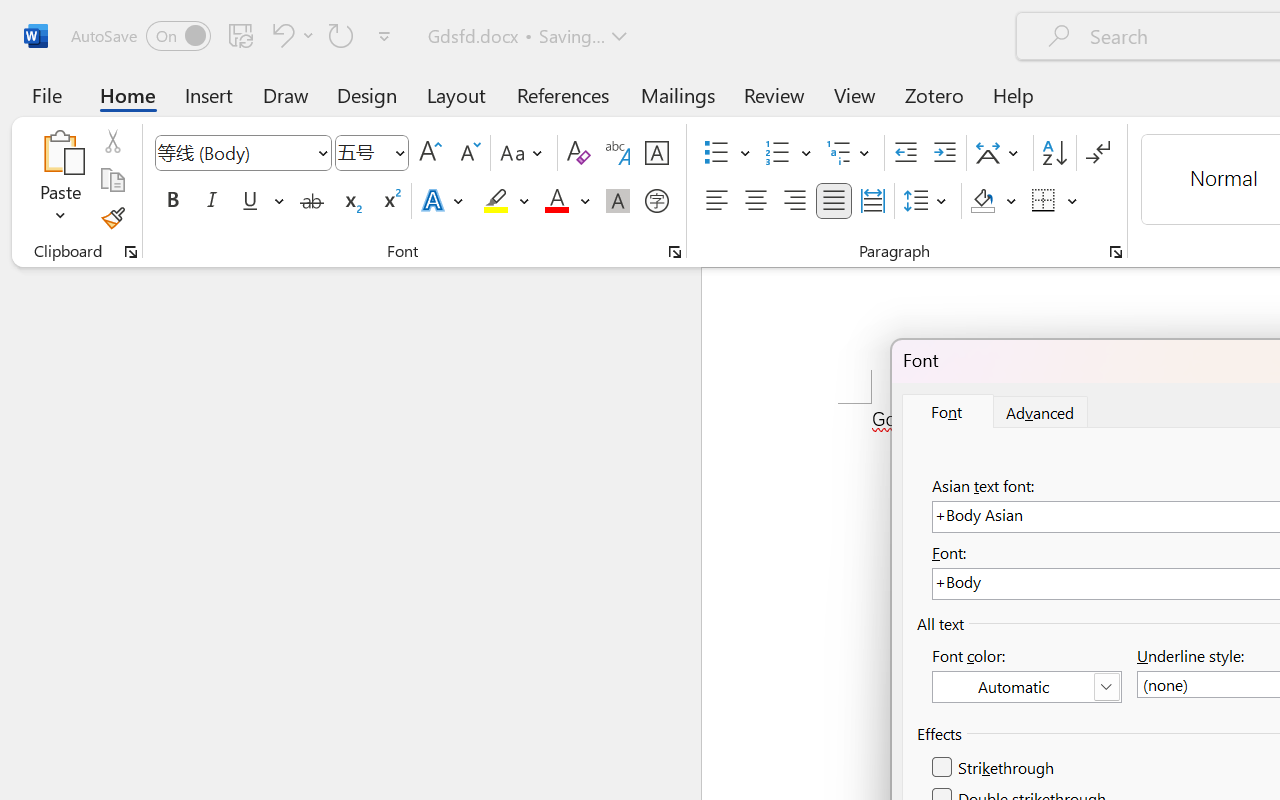 This screenshot has height=800, width=1280. What do you see at coordinates (675, 251) in the screenshot?
I see `'Font...'` at bounding box center [675, 251].